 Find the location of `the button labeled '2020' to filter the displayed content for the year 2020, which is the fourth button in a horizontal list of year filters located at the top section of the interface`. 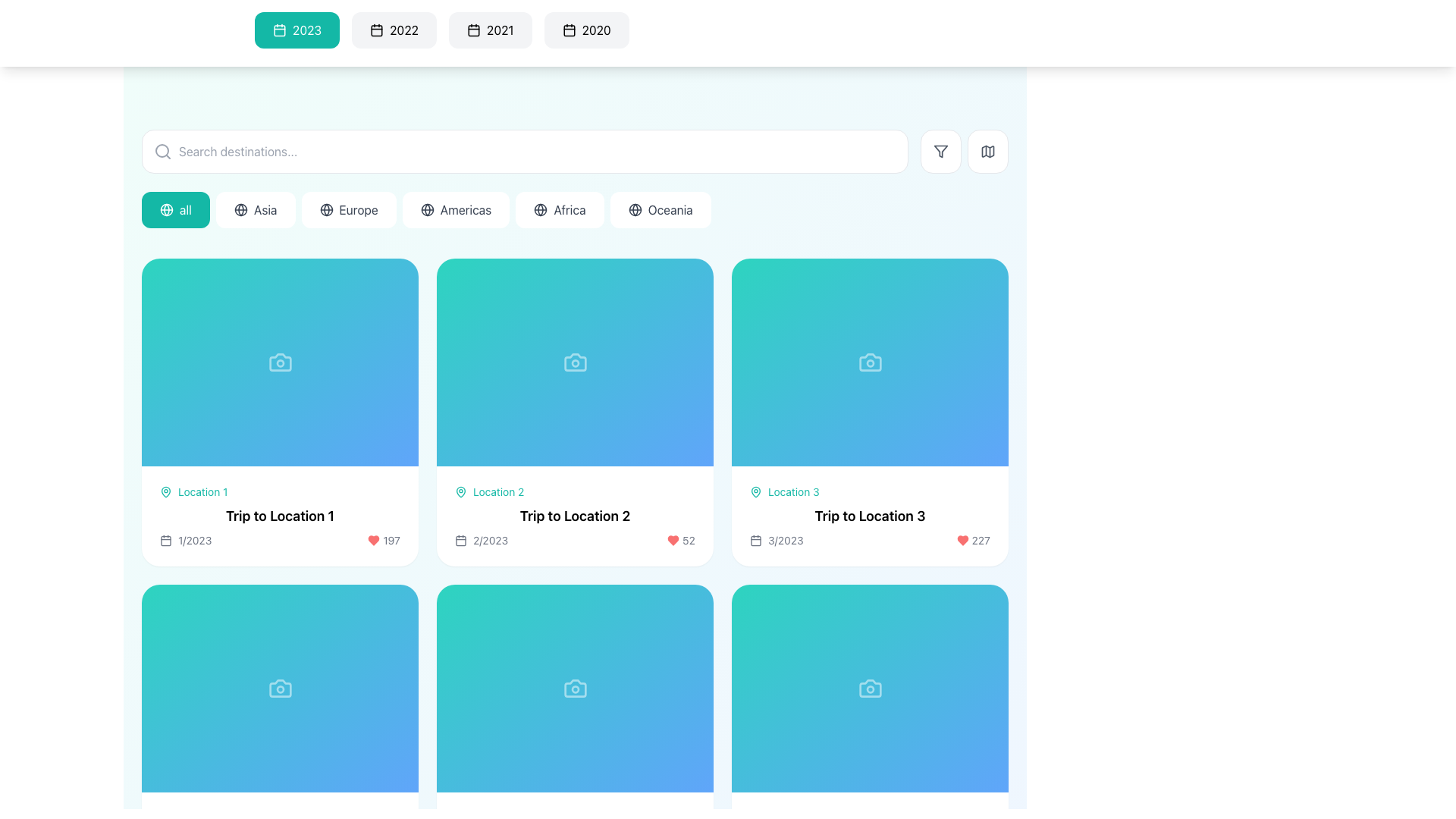

the button labeled '2020' to filter the displayed content for the year 2020, which is the fourth button in a horizontal list of year filters located at the top section of the interface is located at coordinates (585, 30).